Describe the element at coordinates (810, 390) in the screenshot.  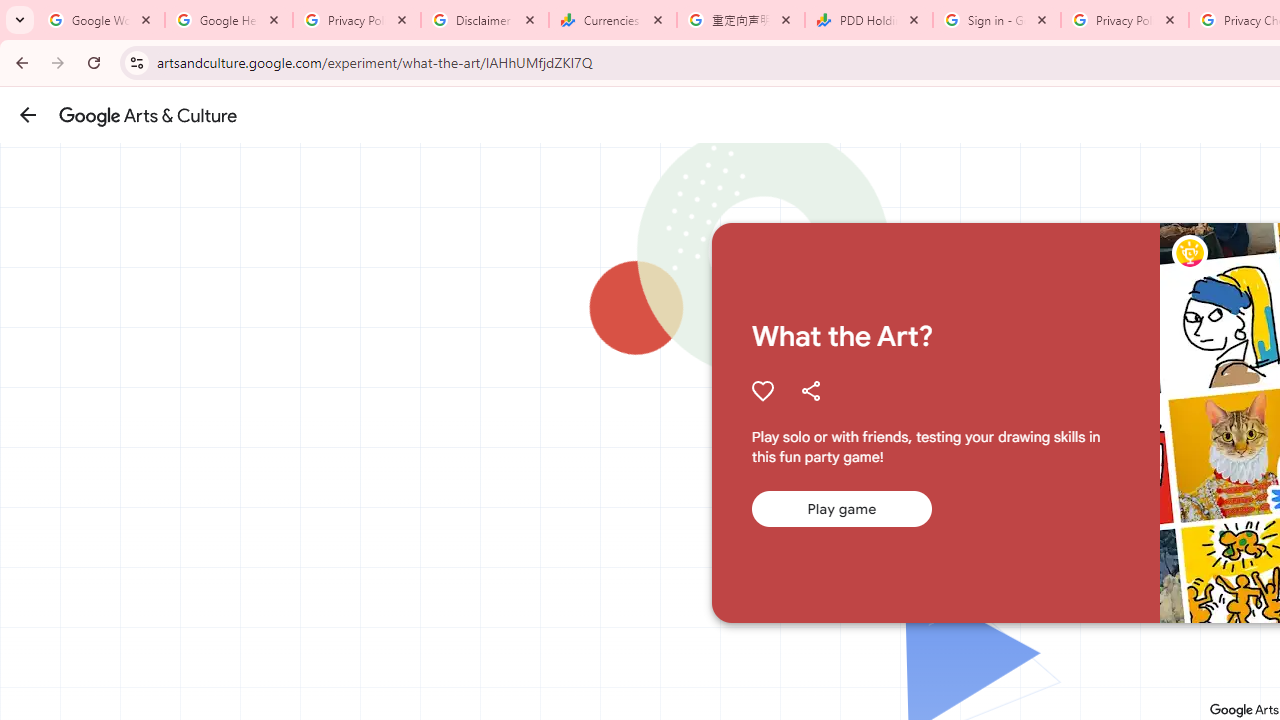
I see `'Share "What the Art?"'` at that location.